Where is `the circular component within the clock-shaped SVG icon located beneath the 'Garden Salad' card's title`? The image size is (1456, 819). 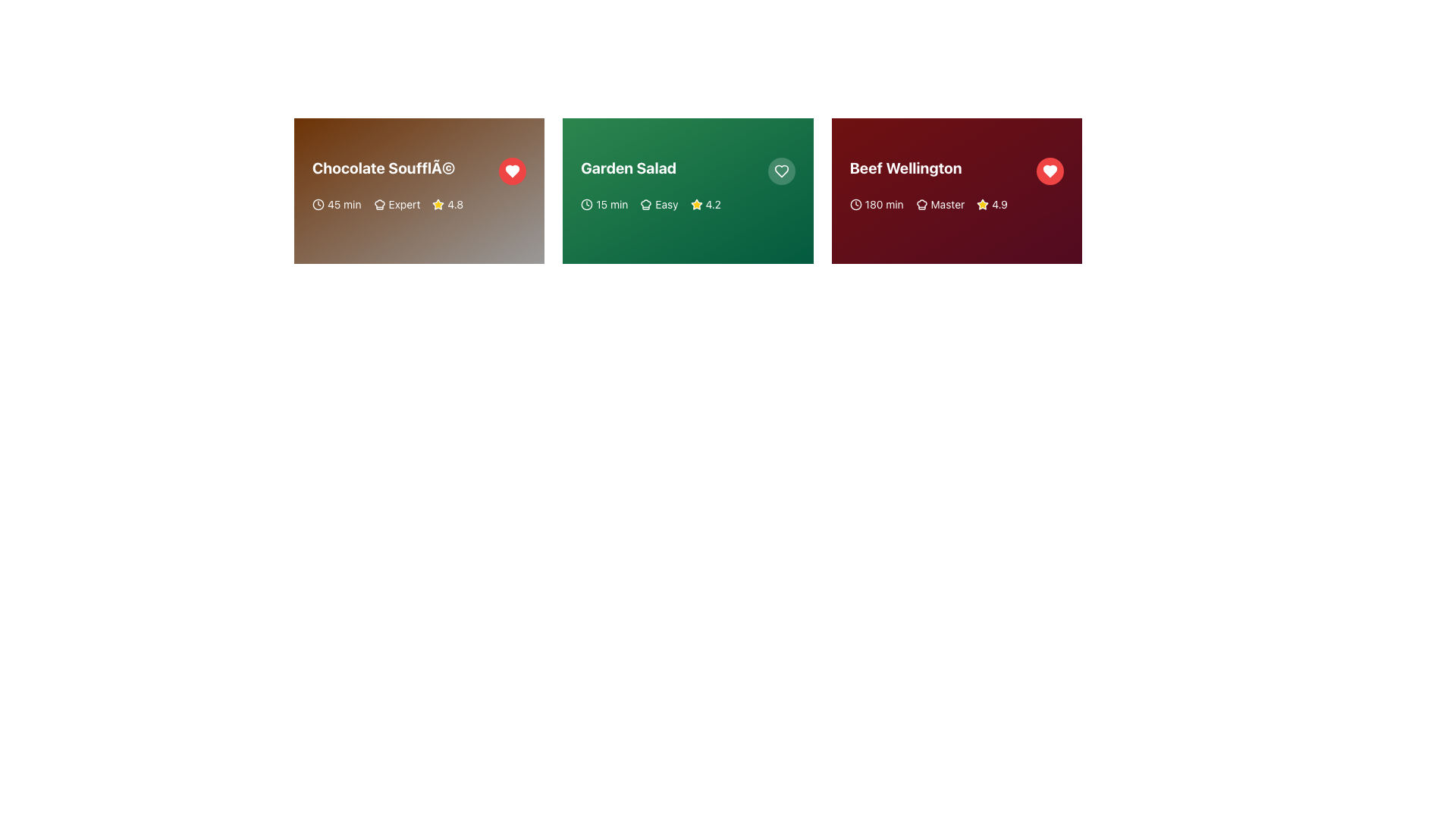
the circular component within the clock-shaped SVG icon located beneath the 'Garden Salad' card's title is located at coordinates (586, 205).